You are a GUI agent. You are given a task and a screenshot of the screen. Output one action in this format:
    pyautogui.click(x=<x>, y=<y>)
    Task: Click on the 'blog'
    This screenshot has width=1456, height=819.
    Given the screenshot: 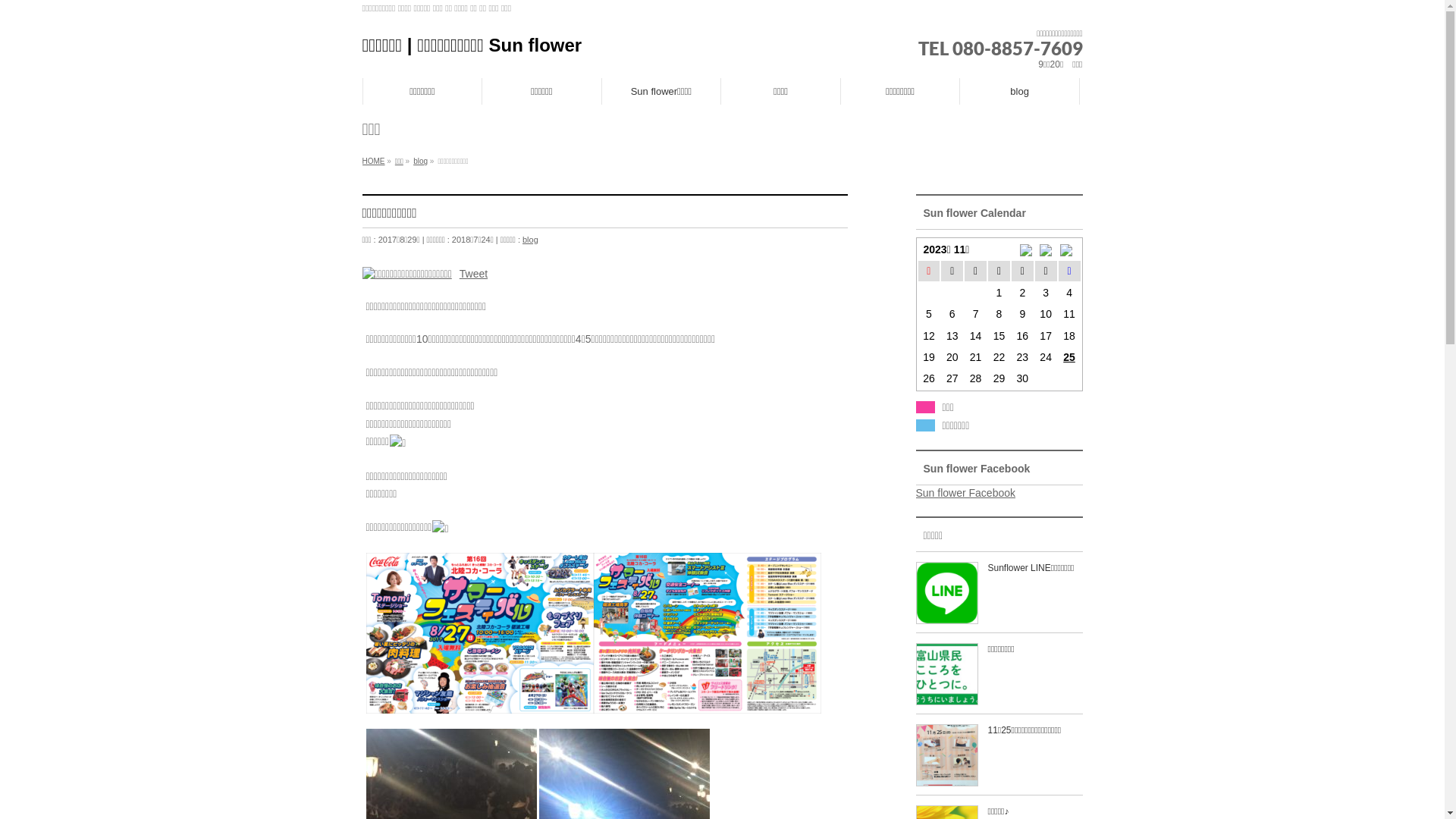 What is the action you would take?
    pyautogui.click(x=420, y=161)
    